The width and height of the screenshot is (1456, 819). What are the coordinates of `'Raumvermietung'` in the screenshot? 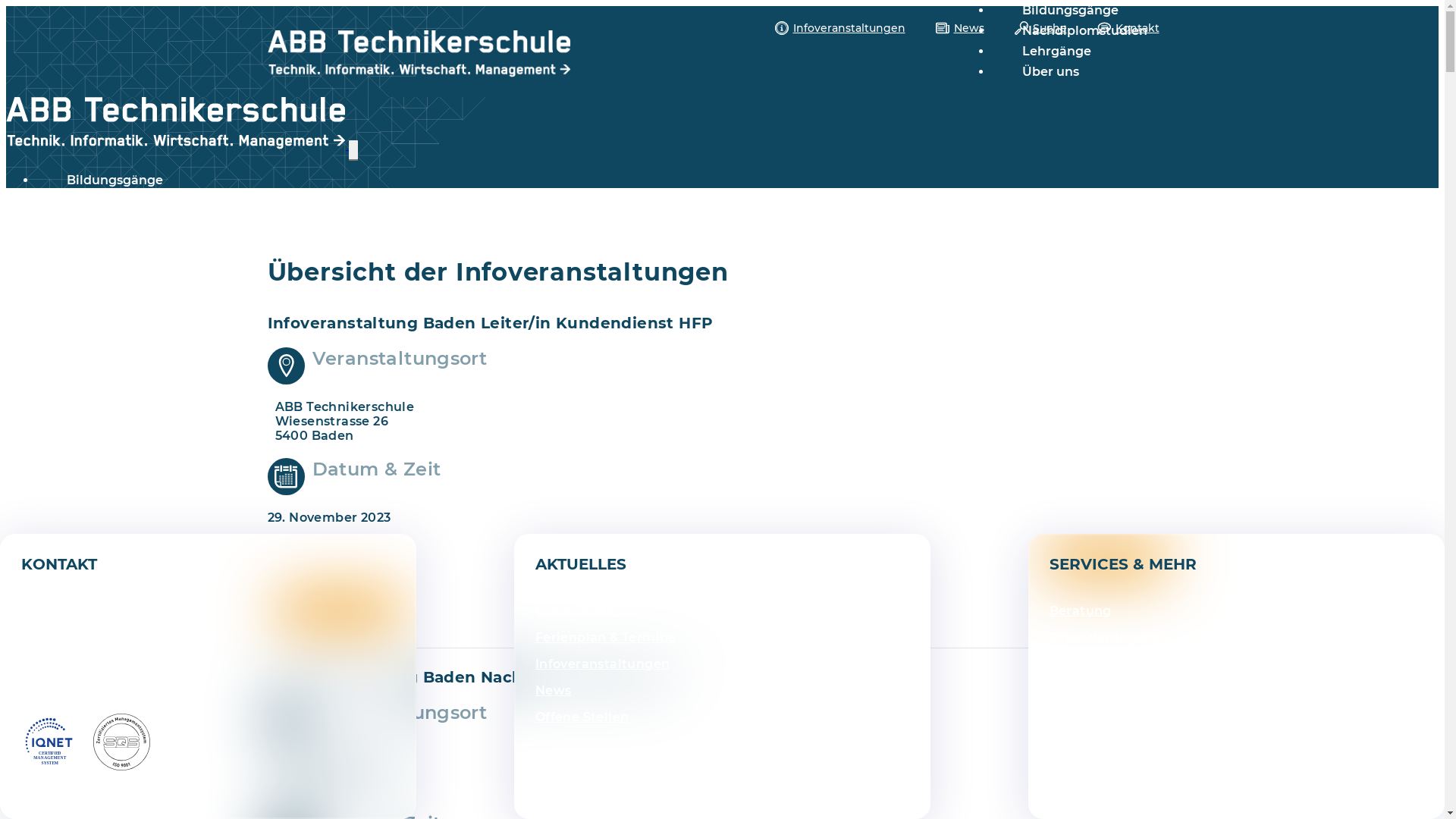 It's located at (1107, 690).